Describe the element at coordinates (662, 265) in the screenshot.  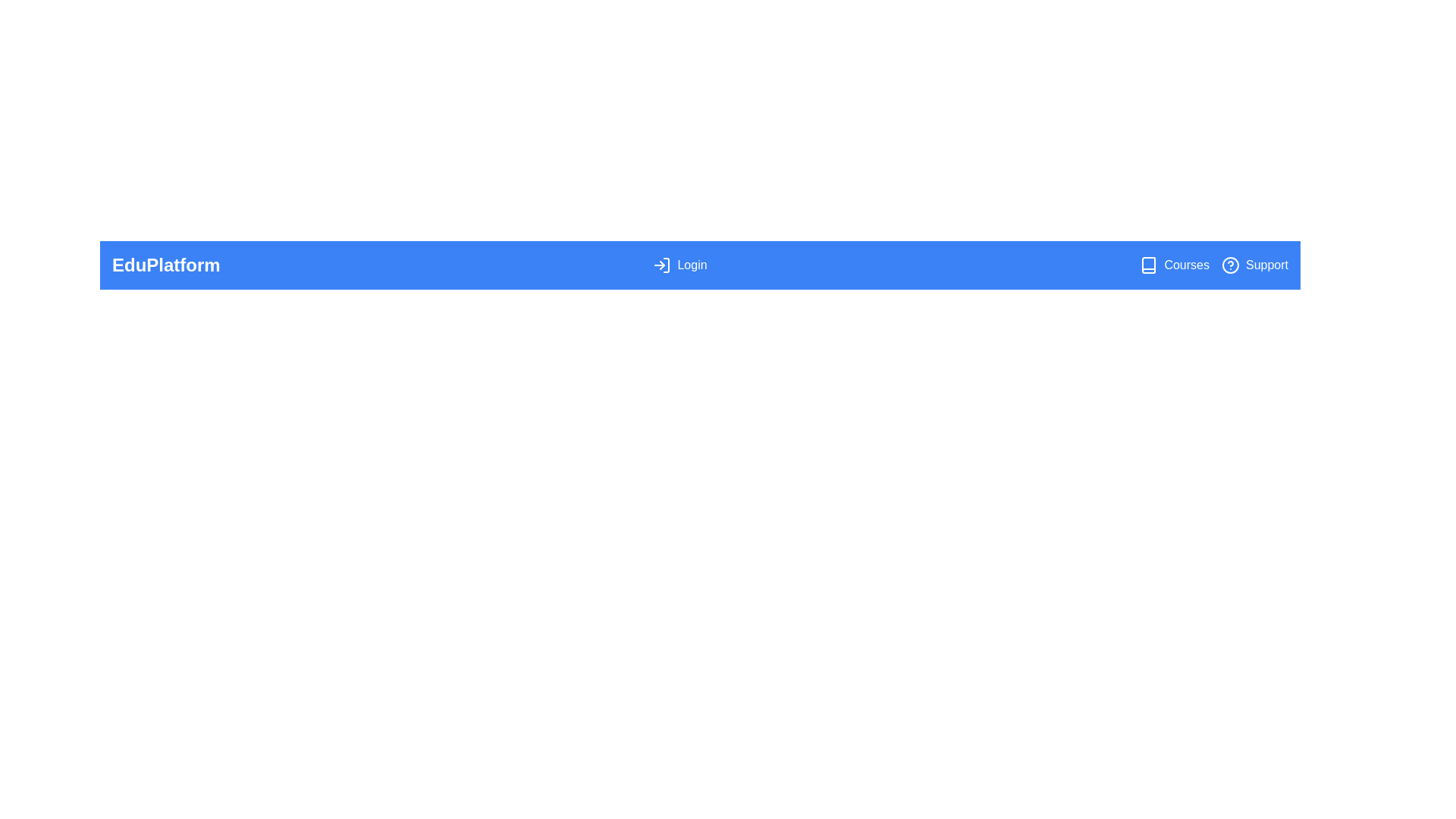
I see `the SVG arrow element within the 'Login' button located in the upper right section of the blue navigation bar` at that location.